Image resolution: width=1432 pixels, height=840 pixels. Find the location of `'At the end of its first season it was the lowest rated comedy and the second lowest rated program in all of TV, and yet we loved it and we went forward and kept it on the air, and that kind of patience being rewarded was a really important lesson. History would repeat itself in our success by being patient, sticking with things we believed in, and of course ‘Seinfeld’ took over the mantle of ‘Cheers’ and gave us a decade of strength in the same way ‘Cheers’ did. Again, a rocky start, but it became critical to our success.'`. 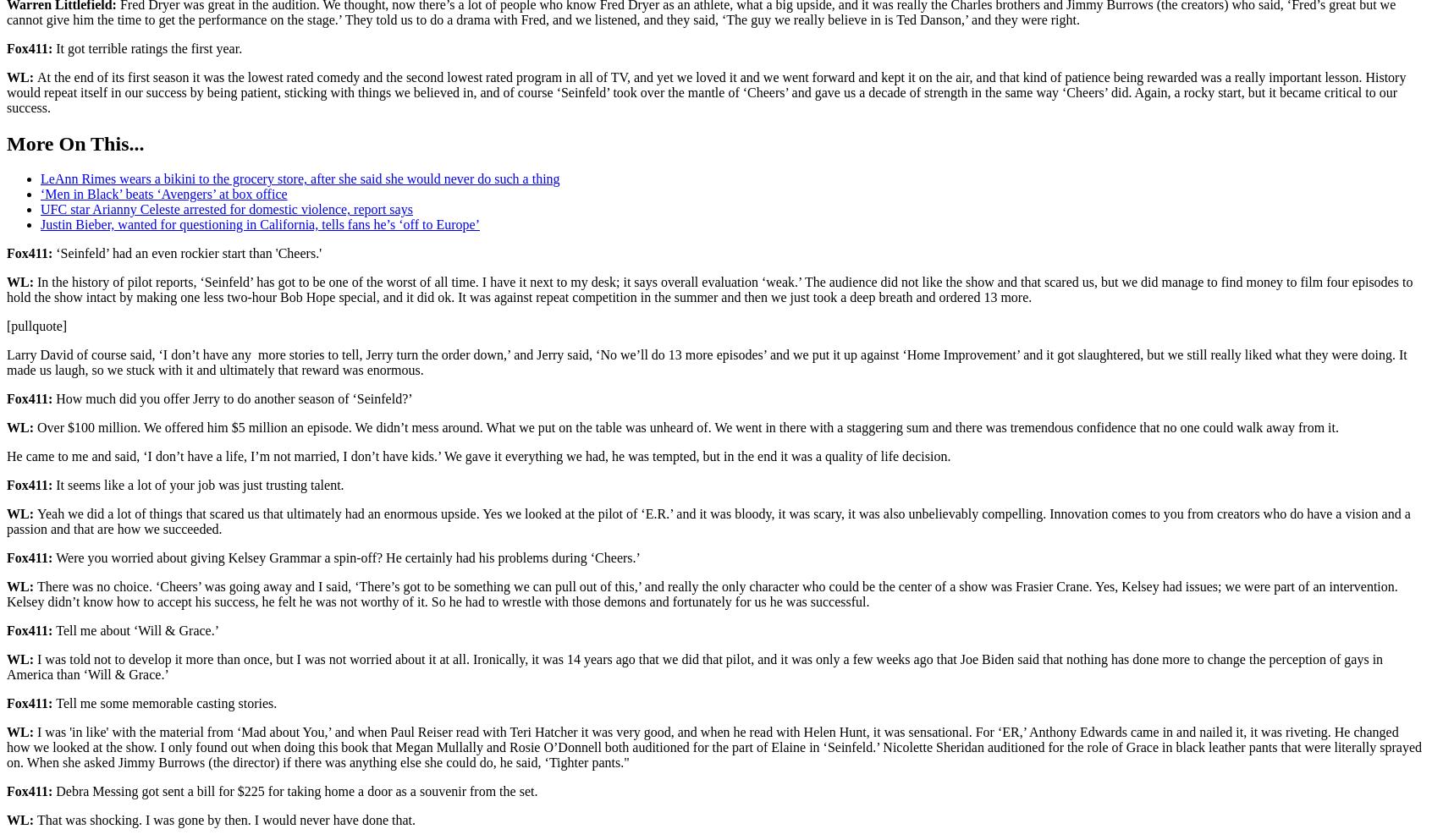

'At the end of its first season it was the lowest rated comedy and the second lowest rated program in all of TV, and yet we loved it and we went forward and kept it on the air, and that kind of patience being rewarded was a really important lesson. History would repeat itself in our success by being patient, sticking with things we believed in, and of course ‘Seinfeld’ took over the mantle of ‘Cheers’ and gave us a decade of strength in the same way ‘Cheers’ did. Again, a rocky start, but it became critical to our success.' is located at coordinates (5, 91).